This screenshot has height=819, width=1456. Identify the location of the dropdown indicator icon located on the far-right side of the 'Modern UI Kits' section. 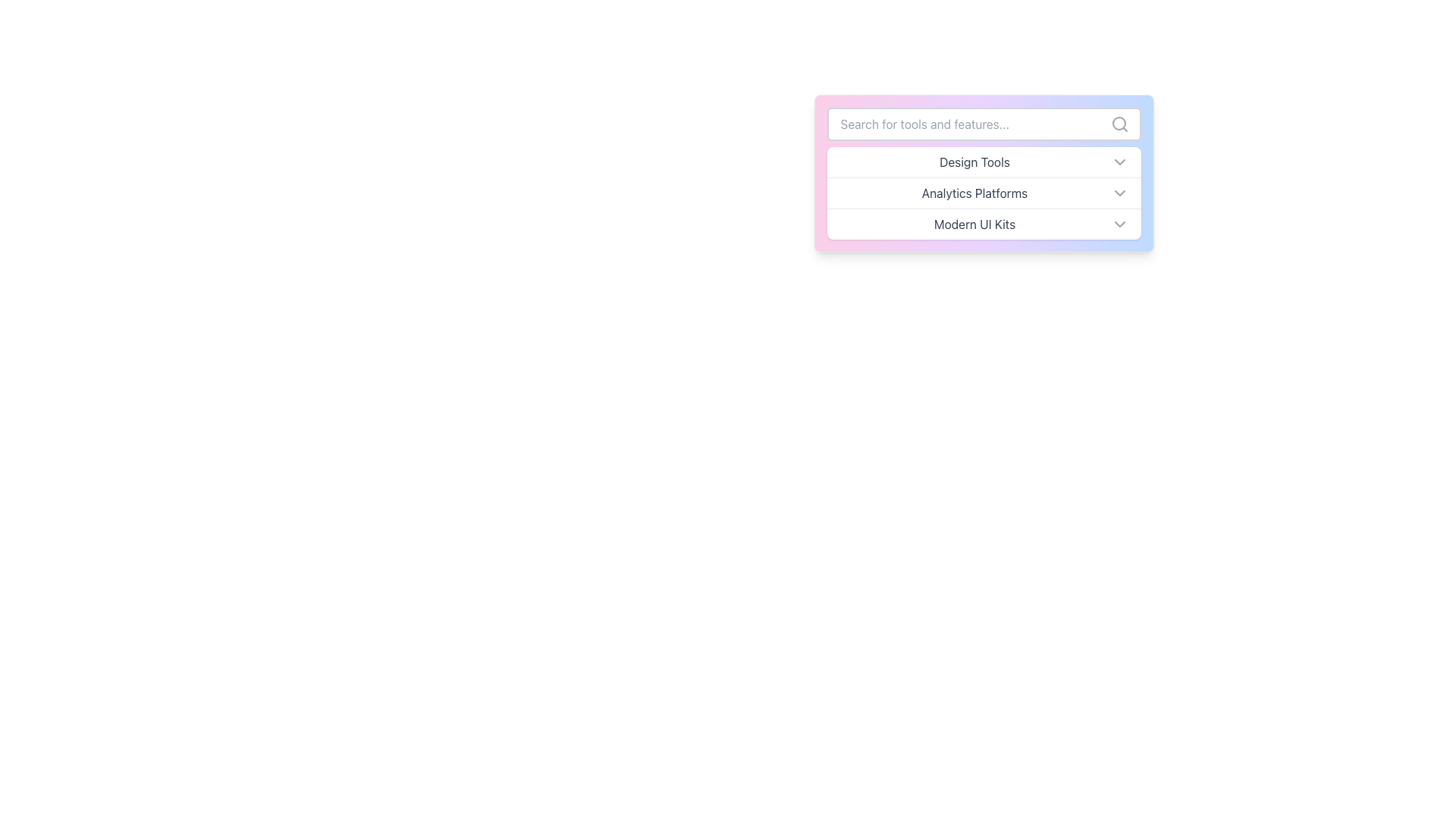
(1119, 224).